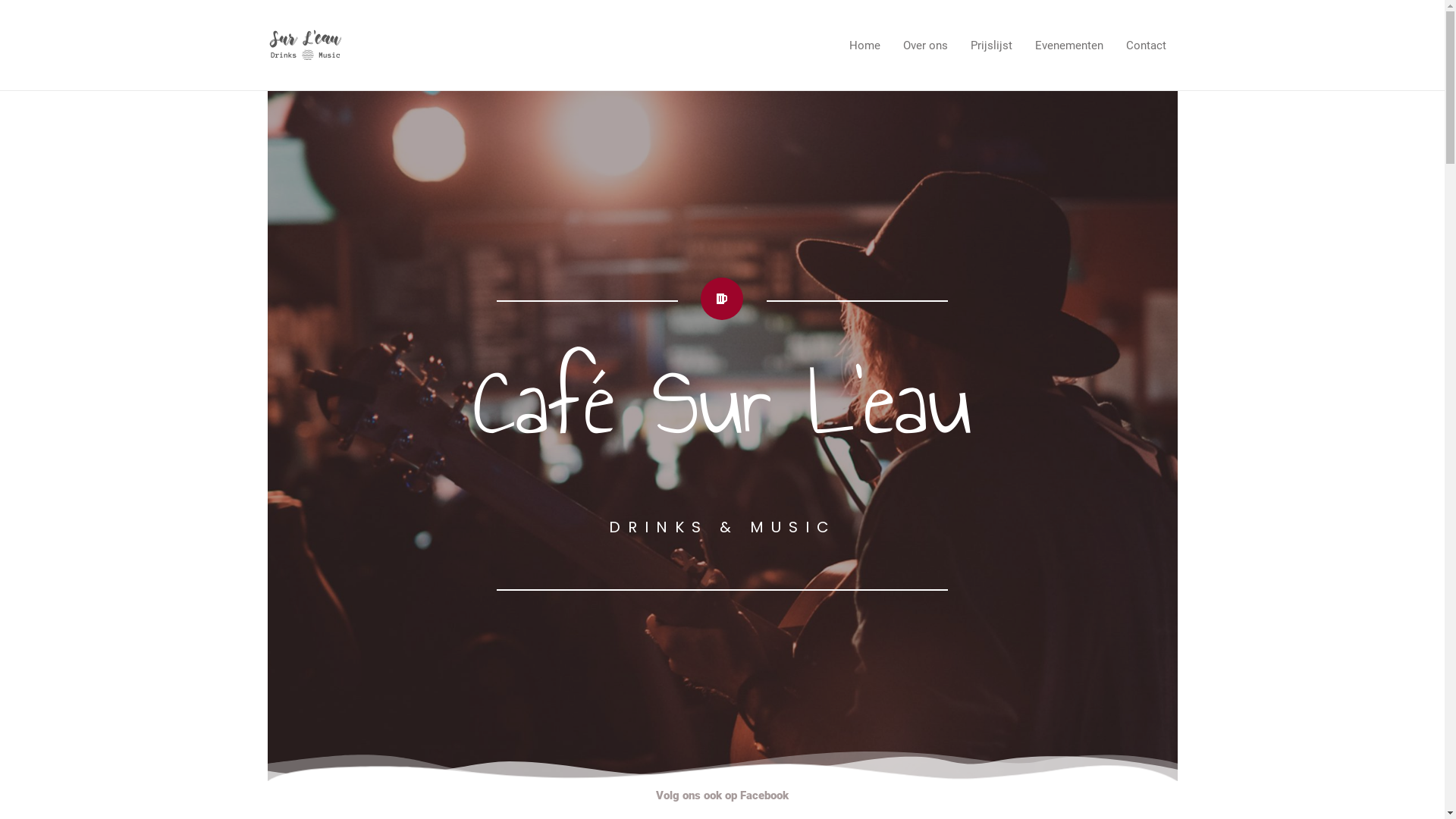 This screenshot has width=1456, height=819. I want to click on 'Contact', so click(1146, 43).